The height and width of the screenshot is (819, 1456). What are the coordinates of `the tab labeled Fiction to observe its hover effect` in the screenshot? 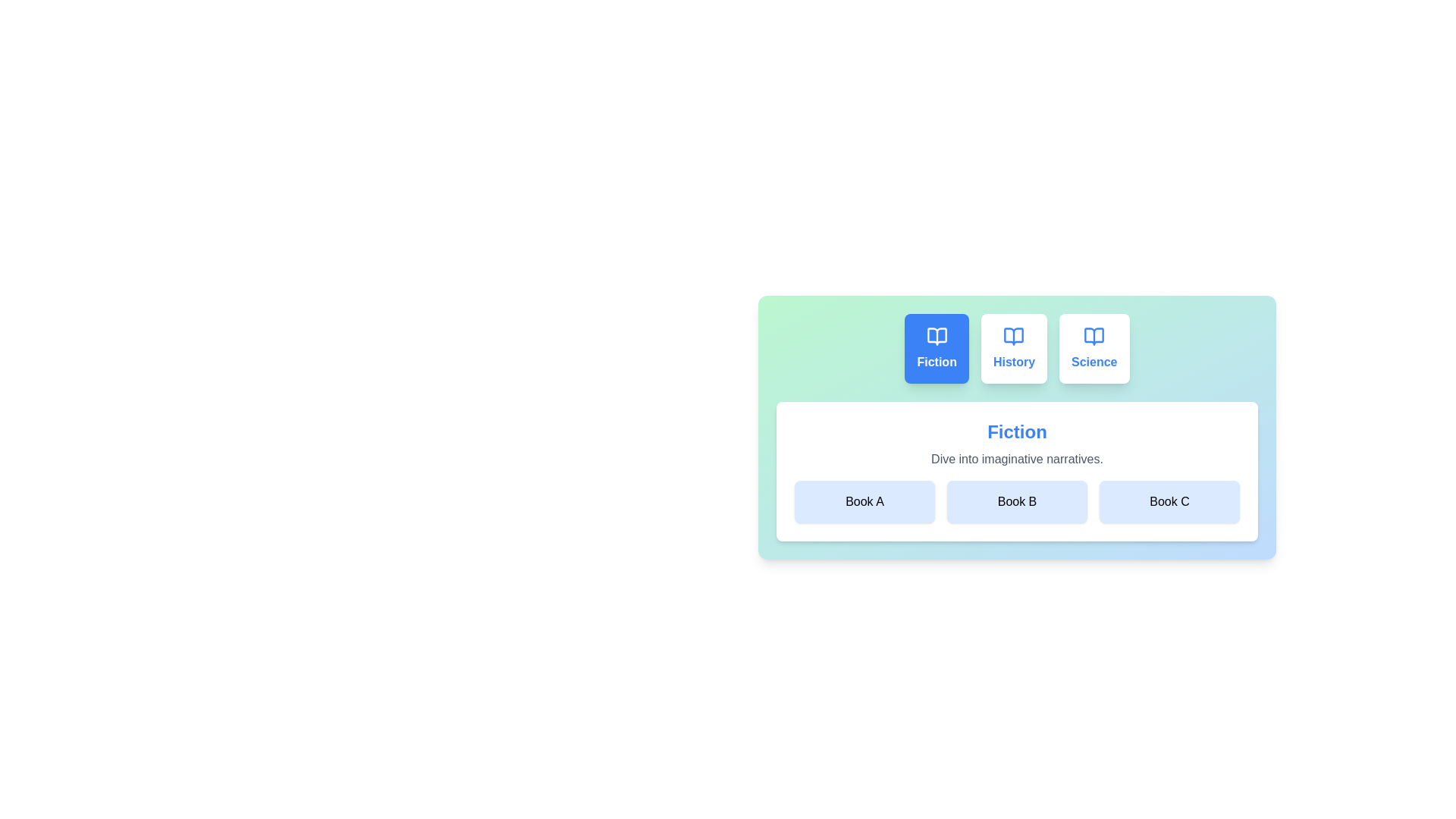 It's located at (936, 348).